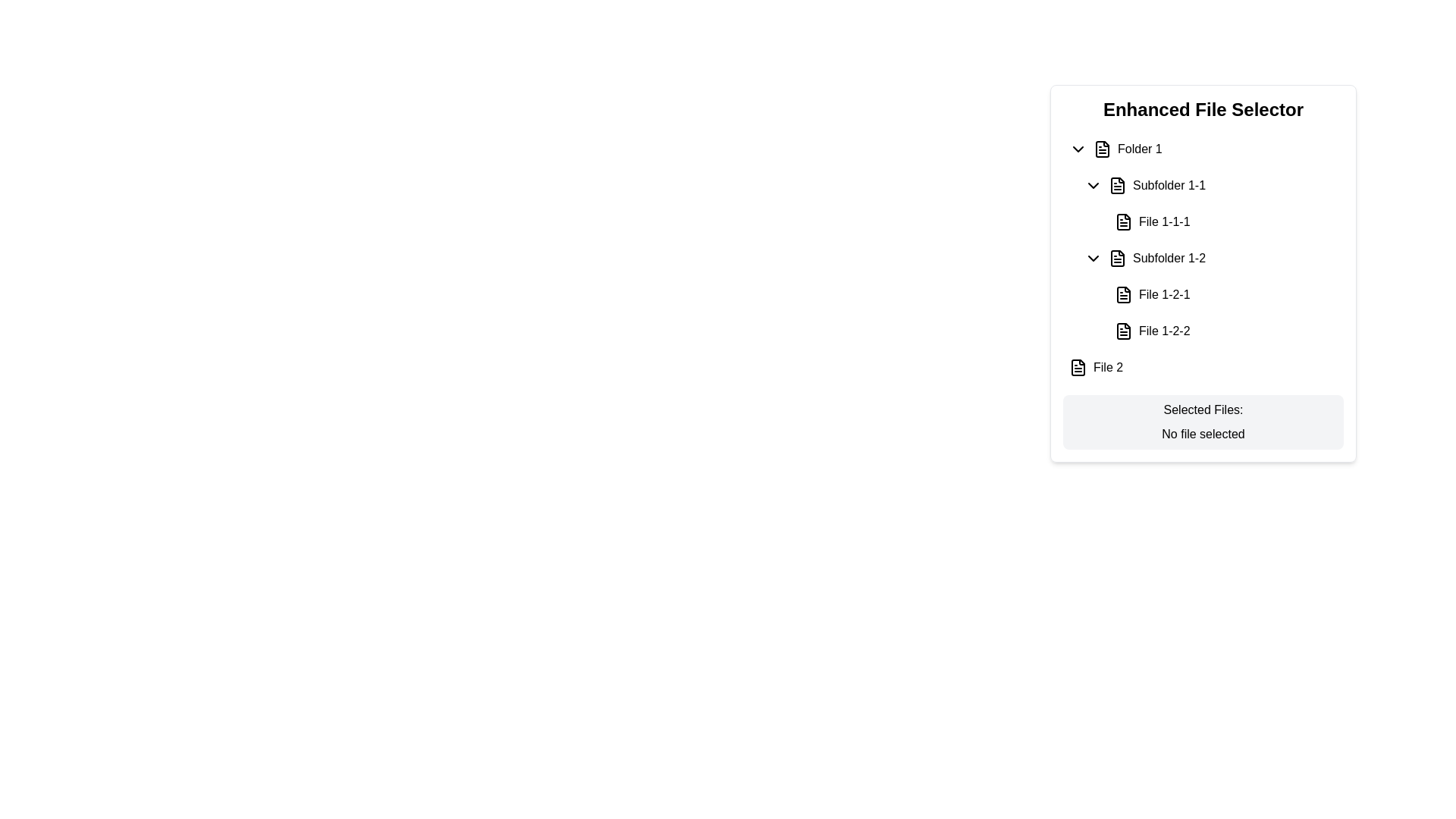 The height and width of the screenshot is (819, 1456). Describe the element at coordinates (1093, 185) in the screenshot. I see `the expand/collapse toggle button located to the left of the 'Subfolder 1-1' label` at that location.